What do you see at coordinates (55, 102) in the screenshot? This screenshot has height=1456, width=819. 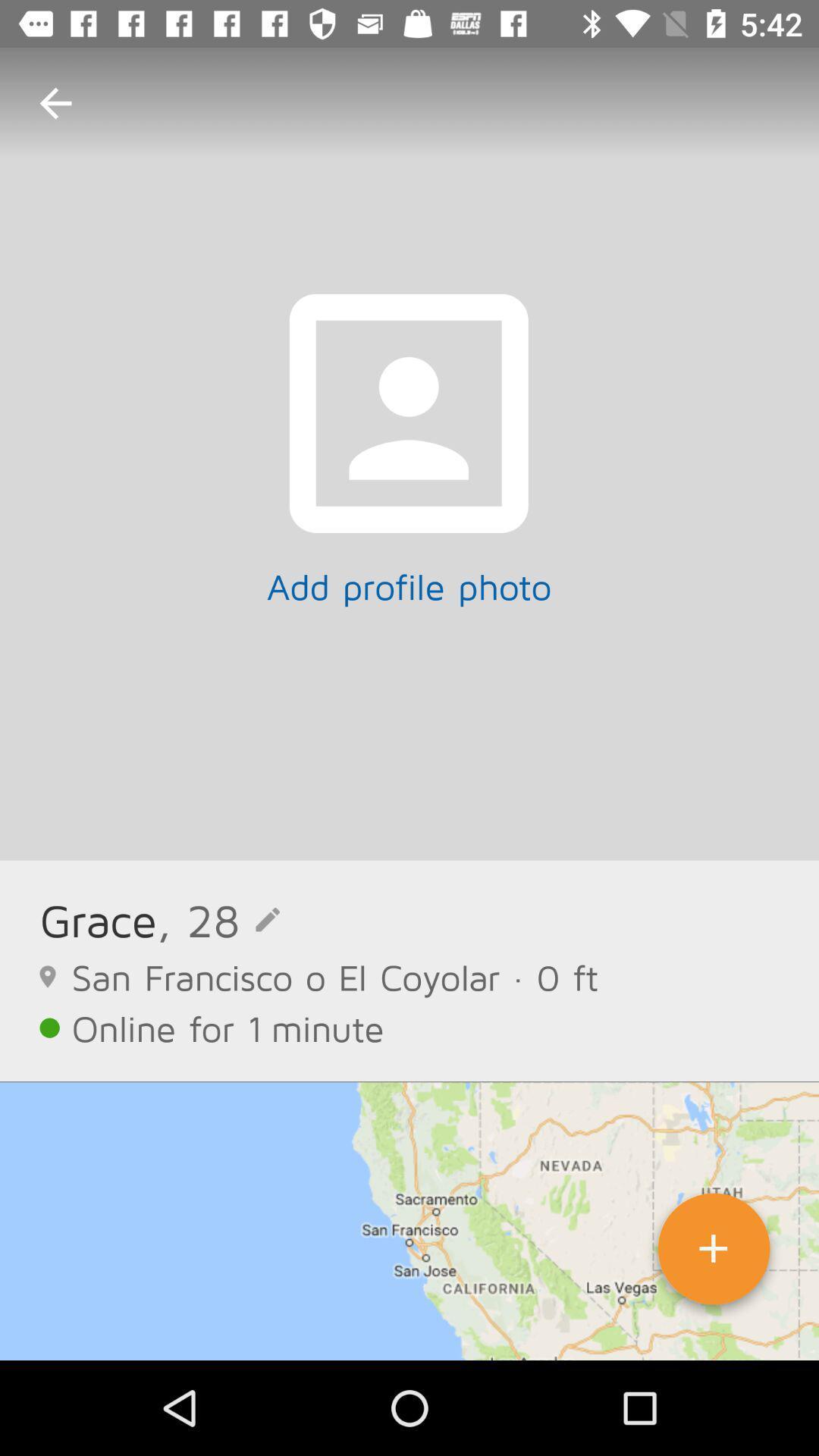 I see `icon above the grace` at bounding box center [55, 102].